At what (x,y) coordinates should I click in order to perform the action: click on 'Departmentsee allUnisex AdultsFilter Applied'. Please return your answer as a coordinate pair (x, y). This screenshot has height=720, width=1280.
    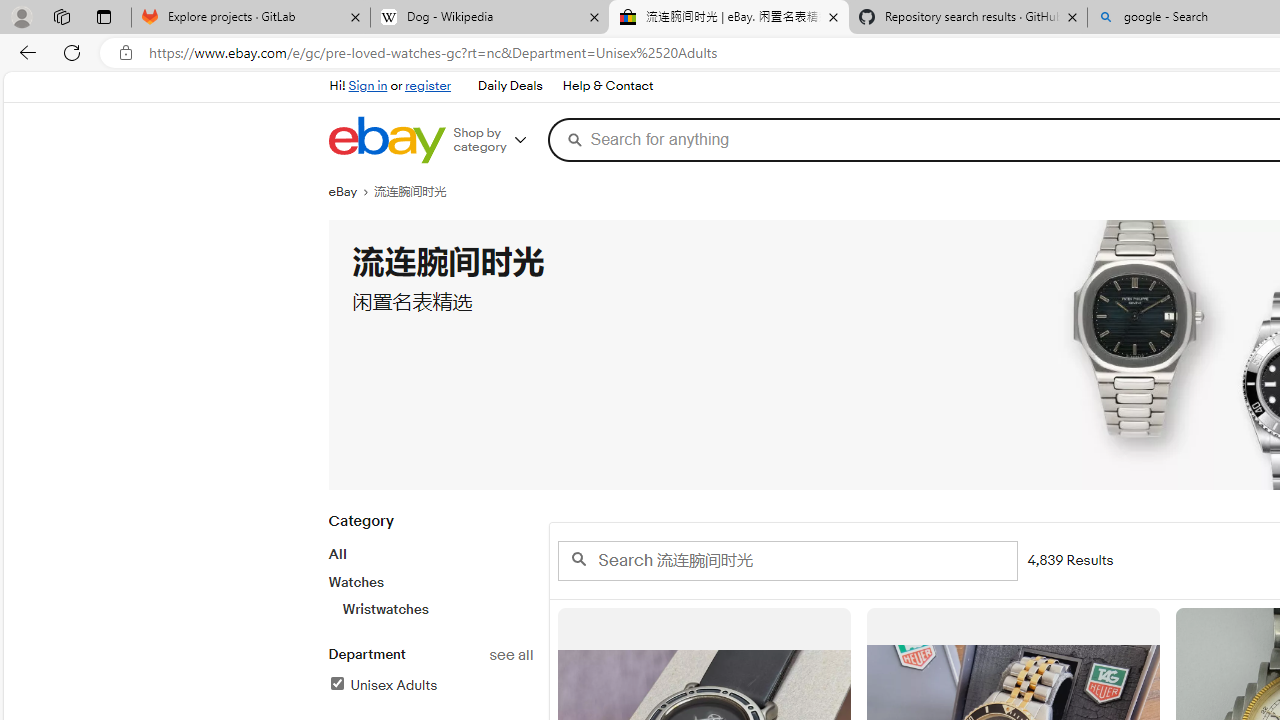
    Looking at the image, I should click on (429, 680).